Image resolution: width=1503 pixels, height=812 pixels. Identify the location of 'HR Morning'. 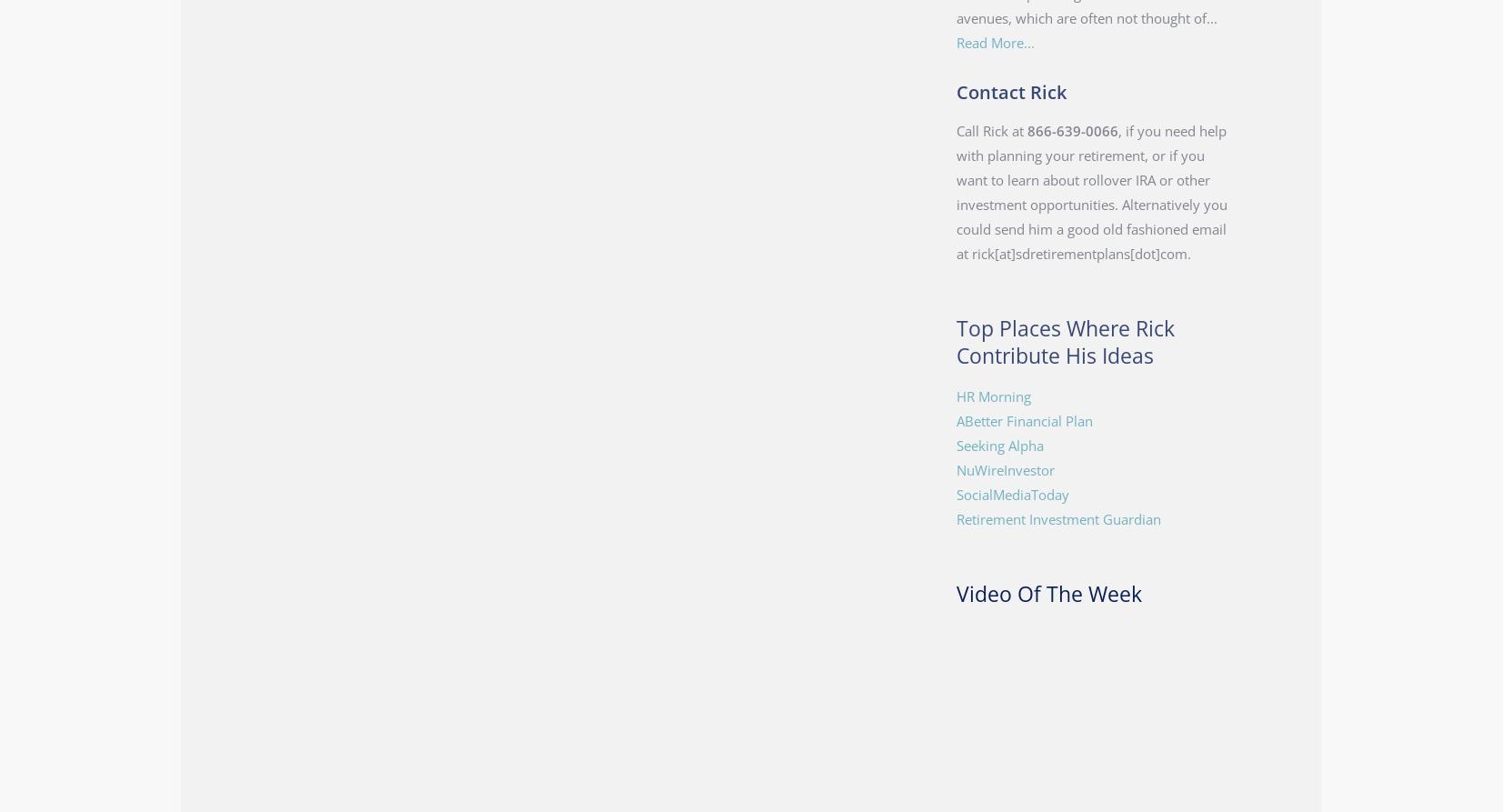
(955, 396).